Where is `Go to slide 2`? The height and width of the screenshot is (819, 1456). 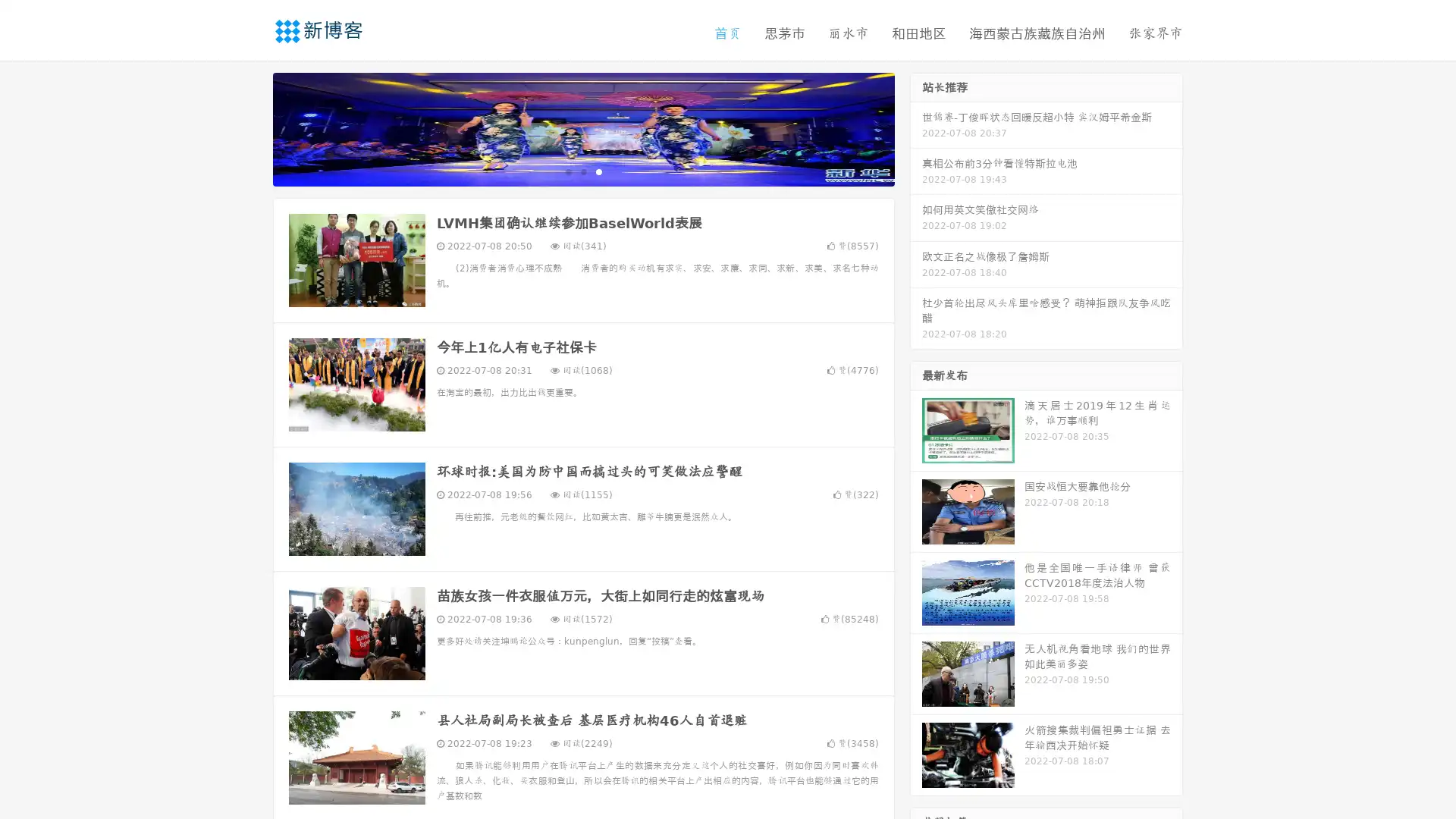
Go to slide 2 is located at coordinates (582, 171).